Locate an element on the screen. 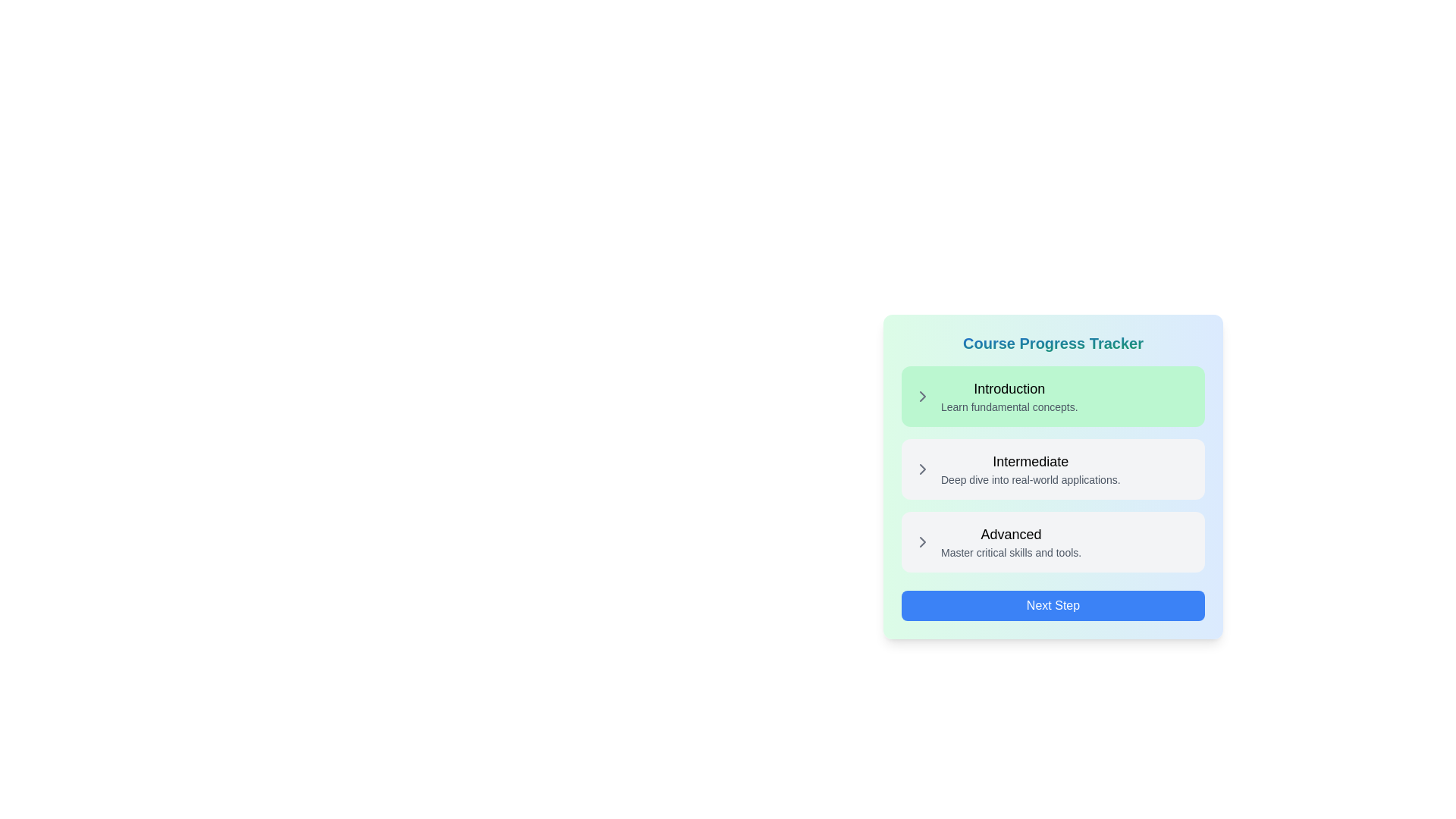 This screenshot has width=1456, height=819. the chevron icon next to the 'Advanced' section is located at coordinates (922, 541).